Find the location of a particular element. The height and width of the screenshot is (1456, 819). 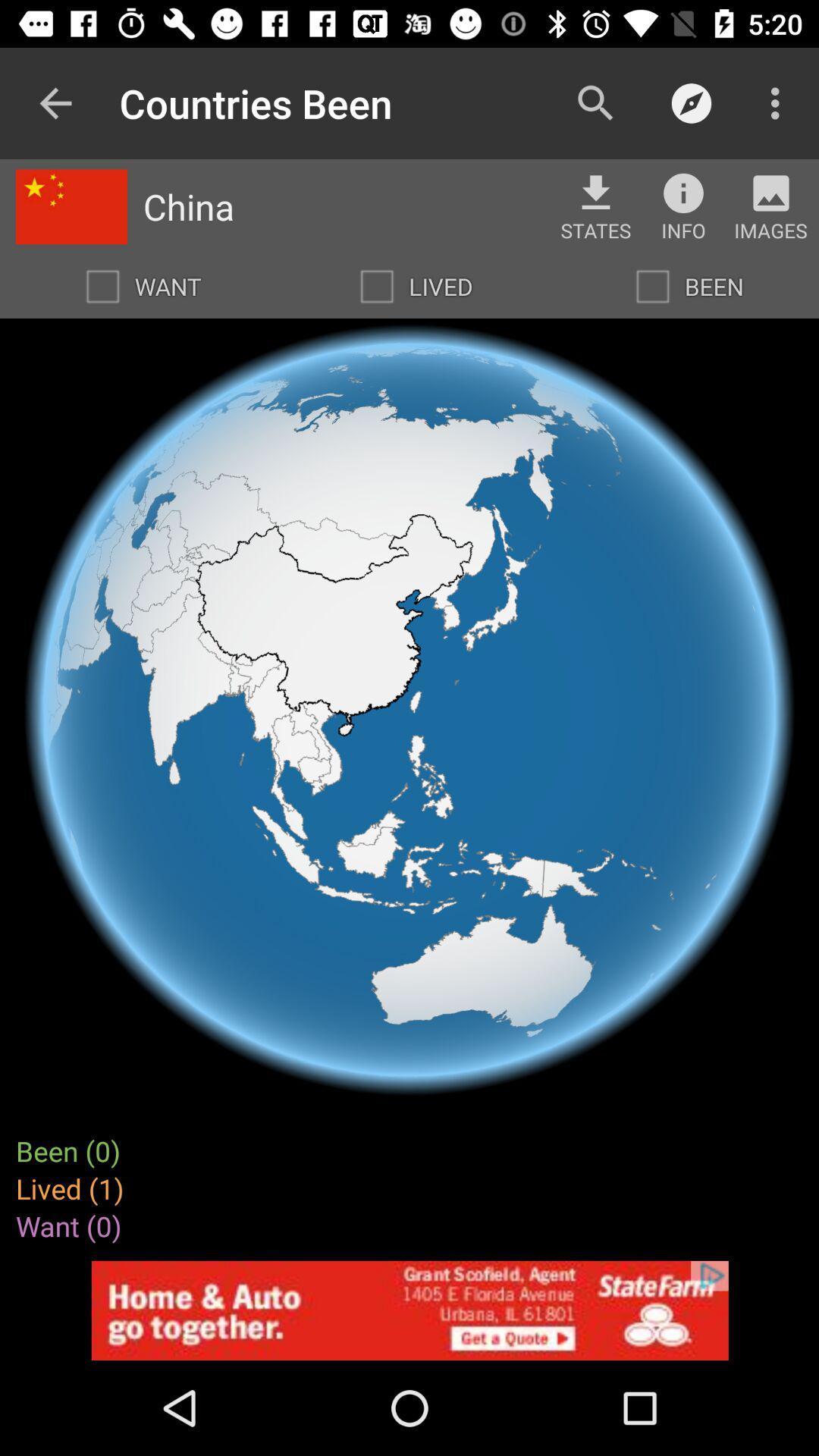

mark location as lived is located at coordinates (376, 287).